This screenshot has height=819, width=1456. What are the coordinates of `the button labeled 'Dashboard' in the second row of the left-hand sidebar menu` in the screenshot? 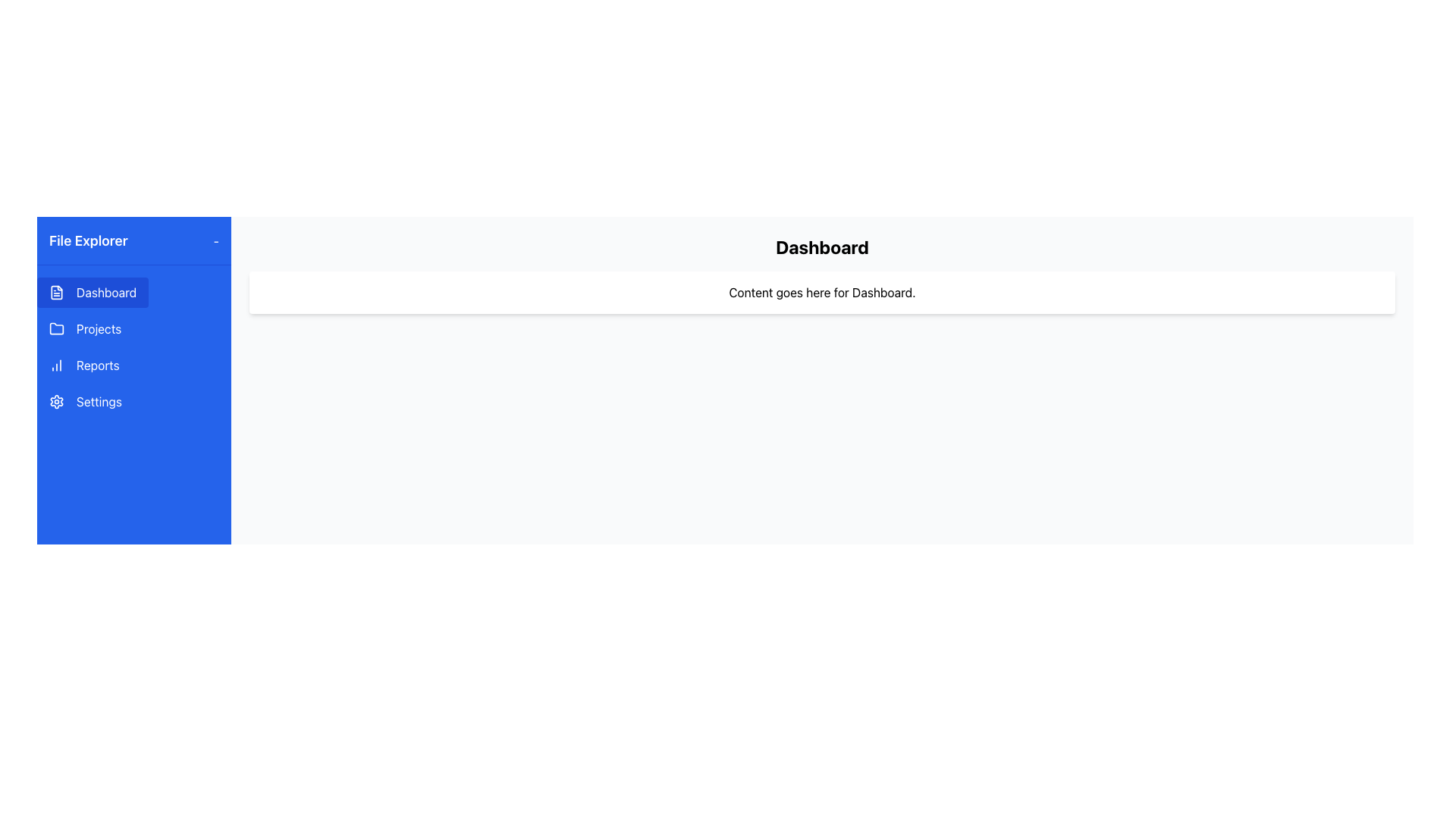 It's located at (105, 292).